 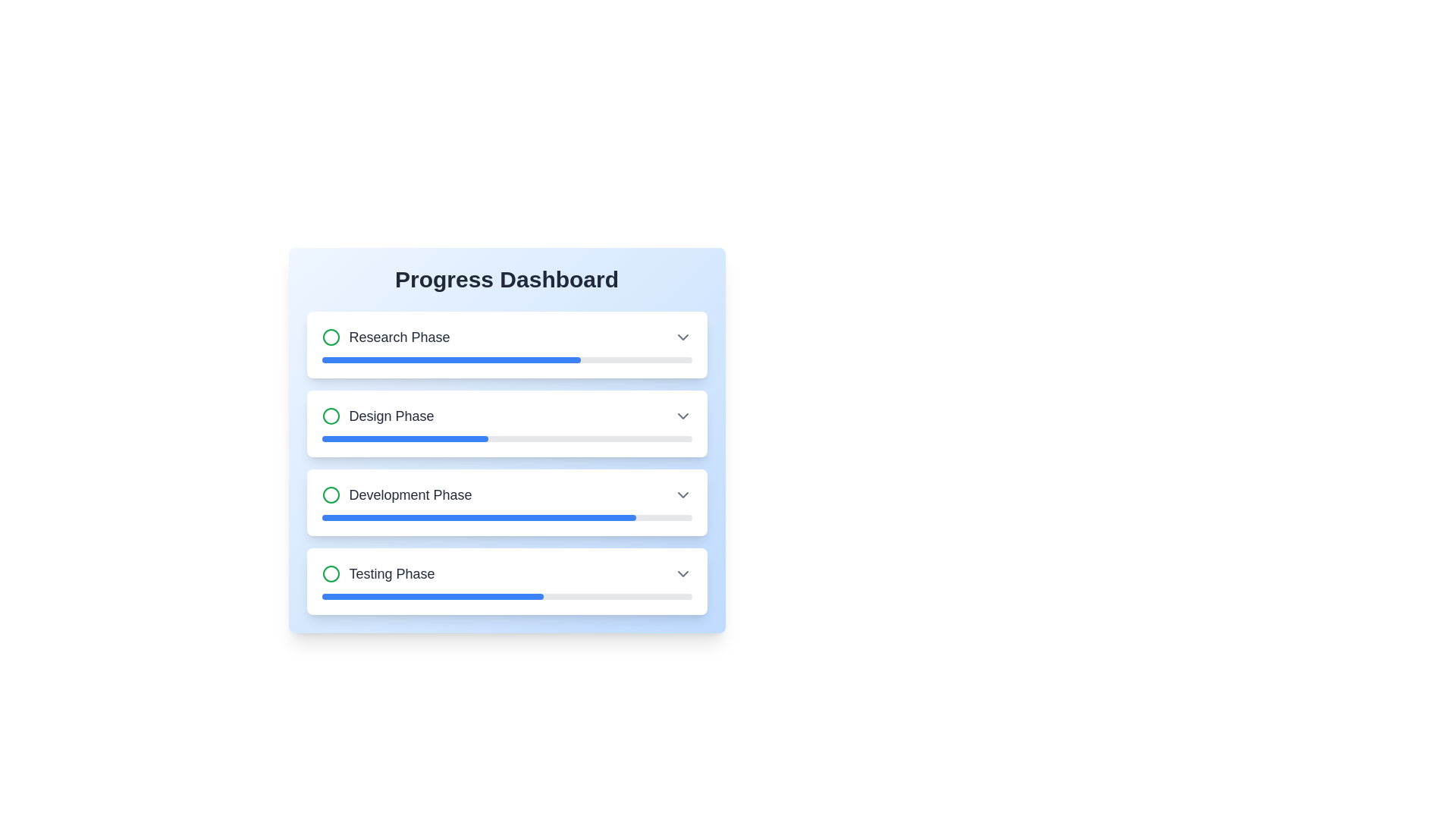 I want to click on the 'Research Phase' label with icon located at the top-left corner of the progress dashboard list, so click(x=385, y=336).